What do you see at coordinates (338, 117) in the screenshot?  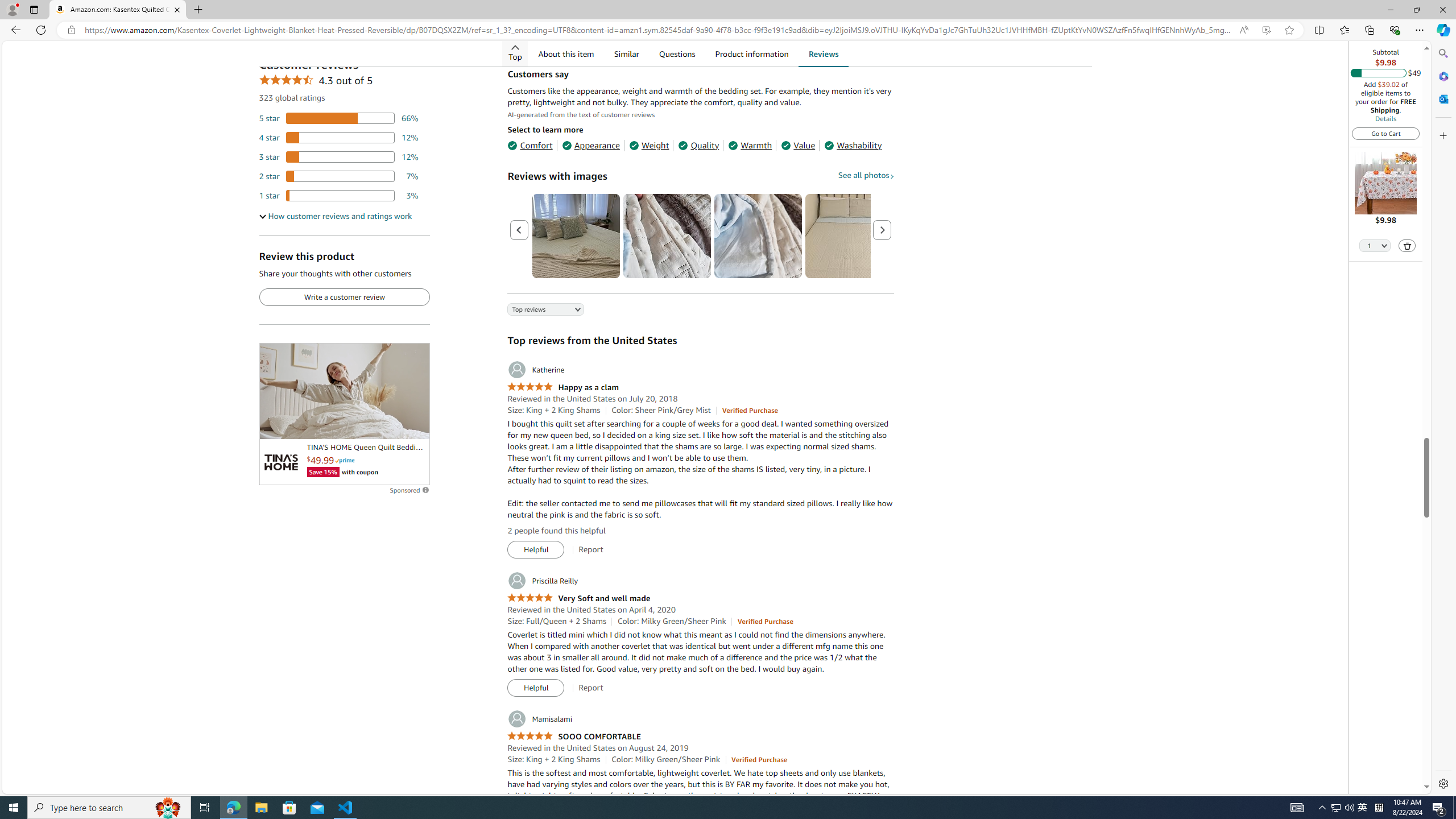 I see `'66 percent of reviews have 5 stars'` at bounding box center [338, 117].